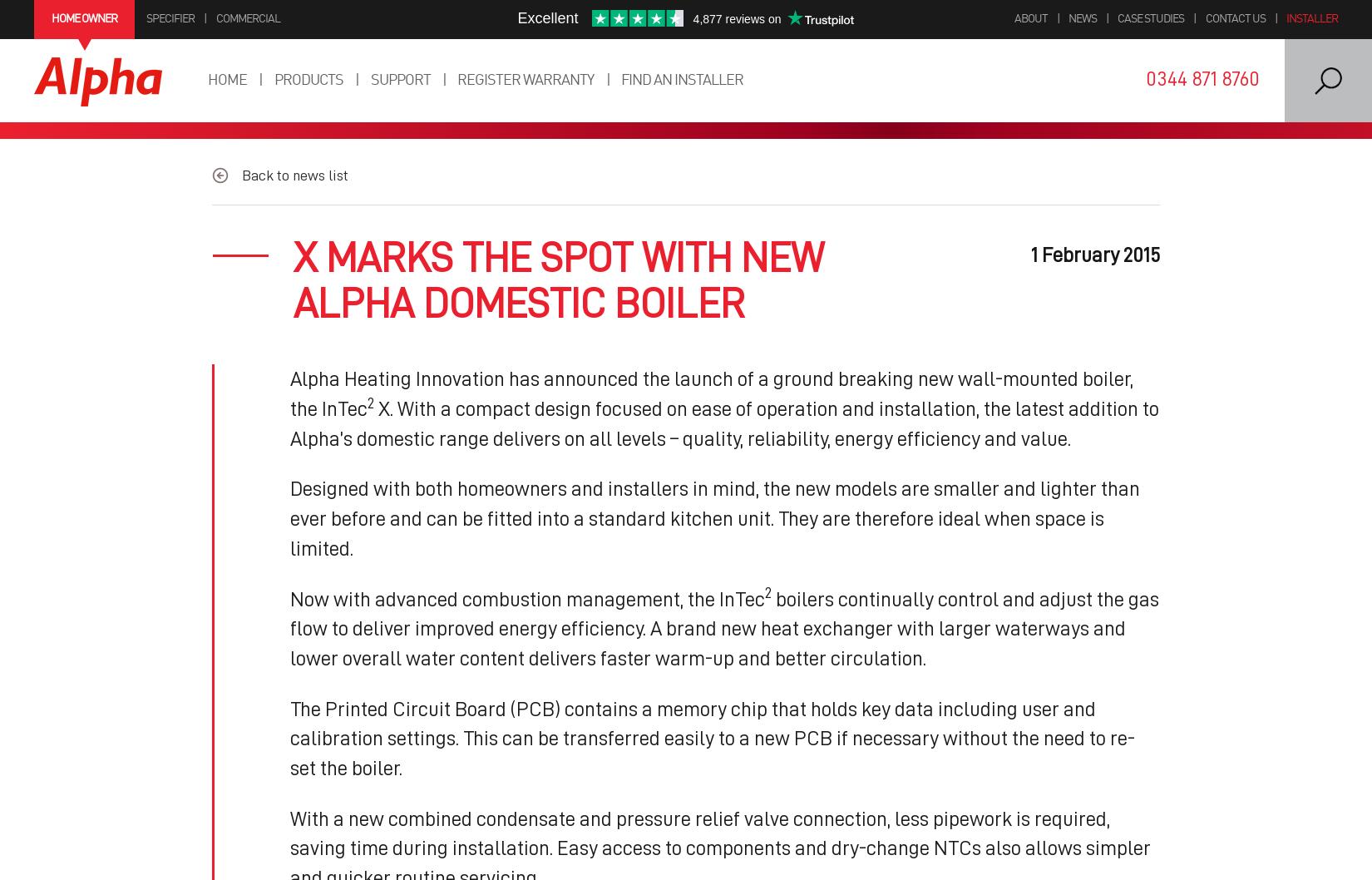  Describe the element at coordinates (1094, 254) in the screenshot. I see `'1 February 2015'` at that location.